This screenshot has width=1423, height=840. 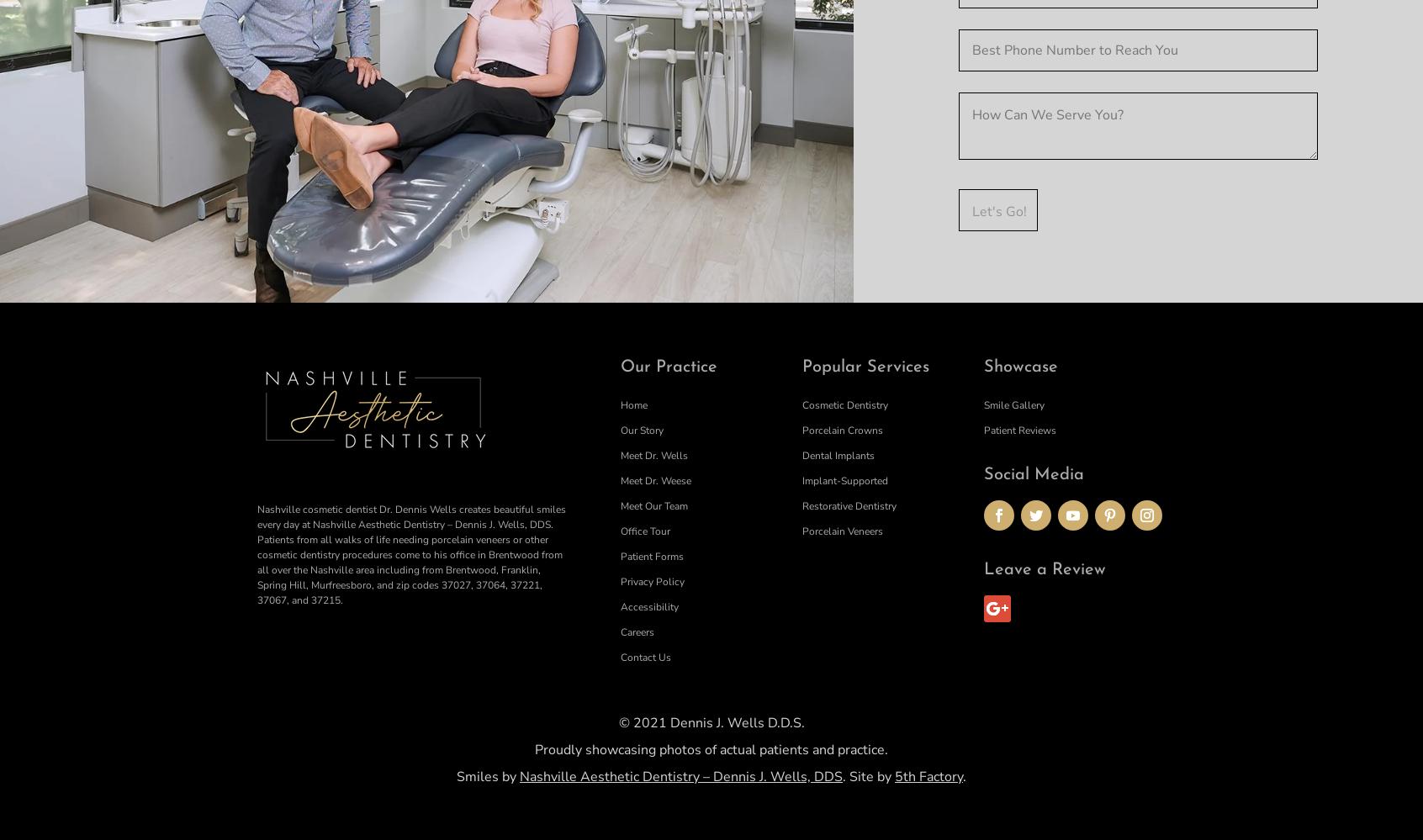 I want to click on 'Showcase', so click(x=1021, y=365).